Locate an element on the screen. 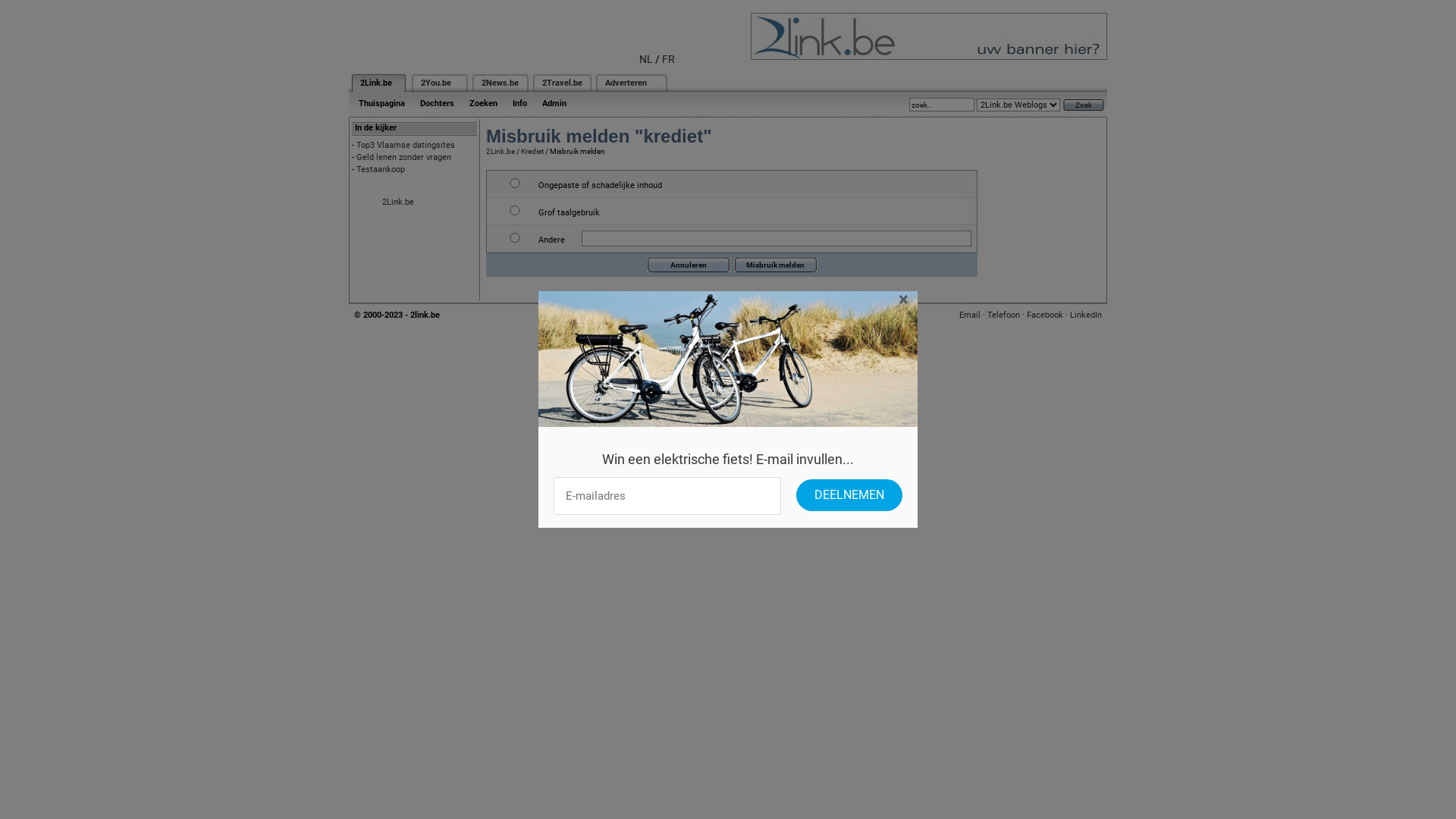 This screenshot has height=819, width=1456. 'Facebook' is located at coordinates (1043, 314).